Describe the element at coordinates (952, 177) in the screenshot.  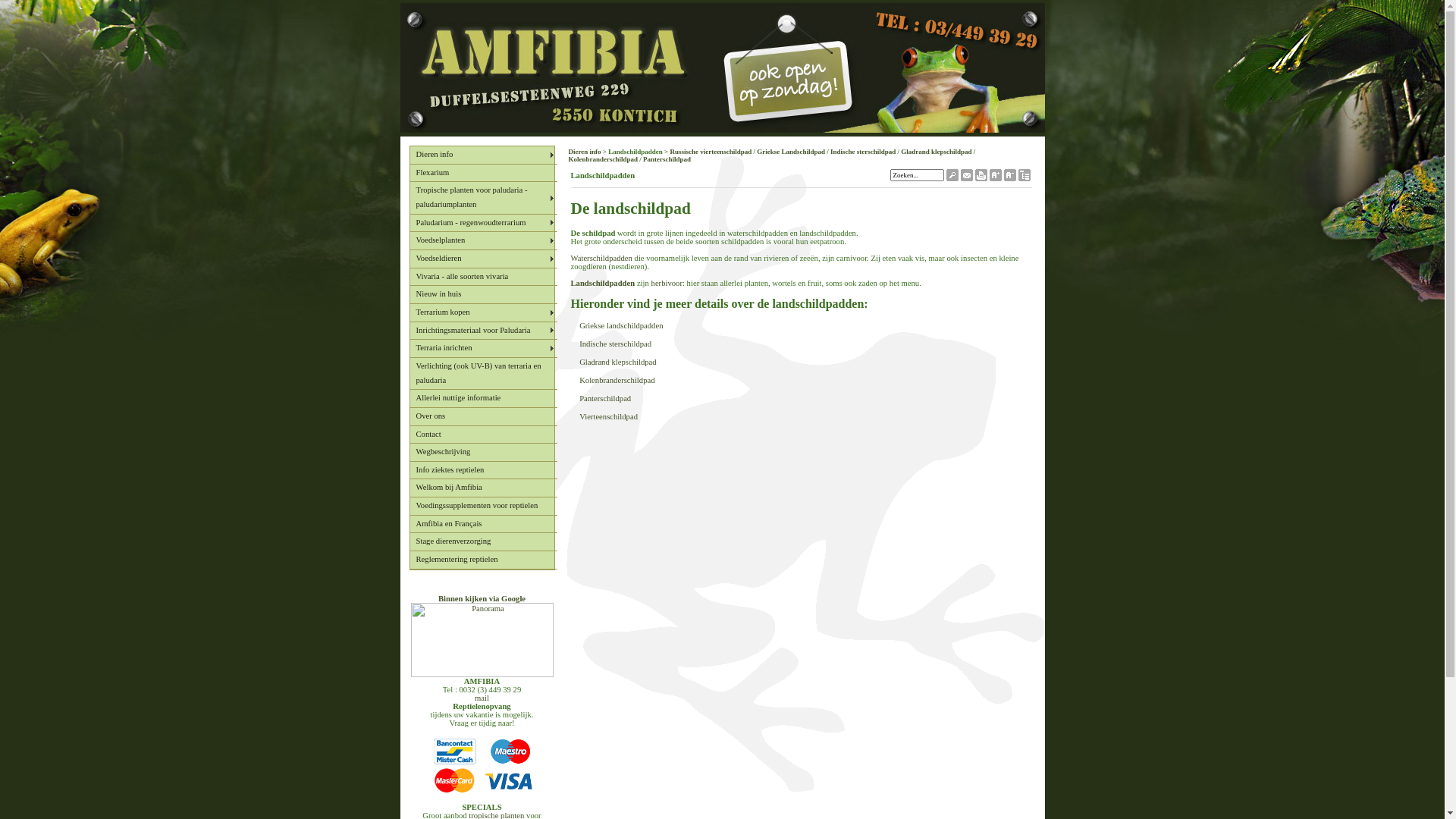
I see `'Zoeken'` at that location.